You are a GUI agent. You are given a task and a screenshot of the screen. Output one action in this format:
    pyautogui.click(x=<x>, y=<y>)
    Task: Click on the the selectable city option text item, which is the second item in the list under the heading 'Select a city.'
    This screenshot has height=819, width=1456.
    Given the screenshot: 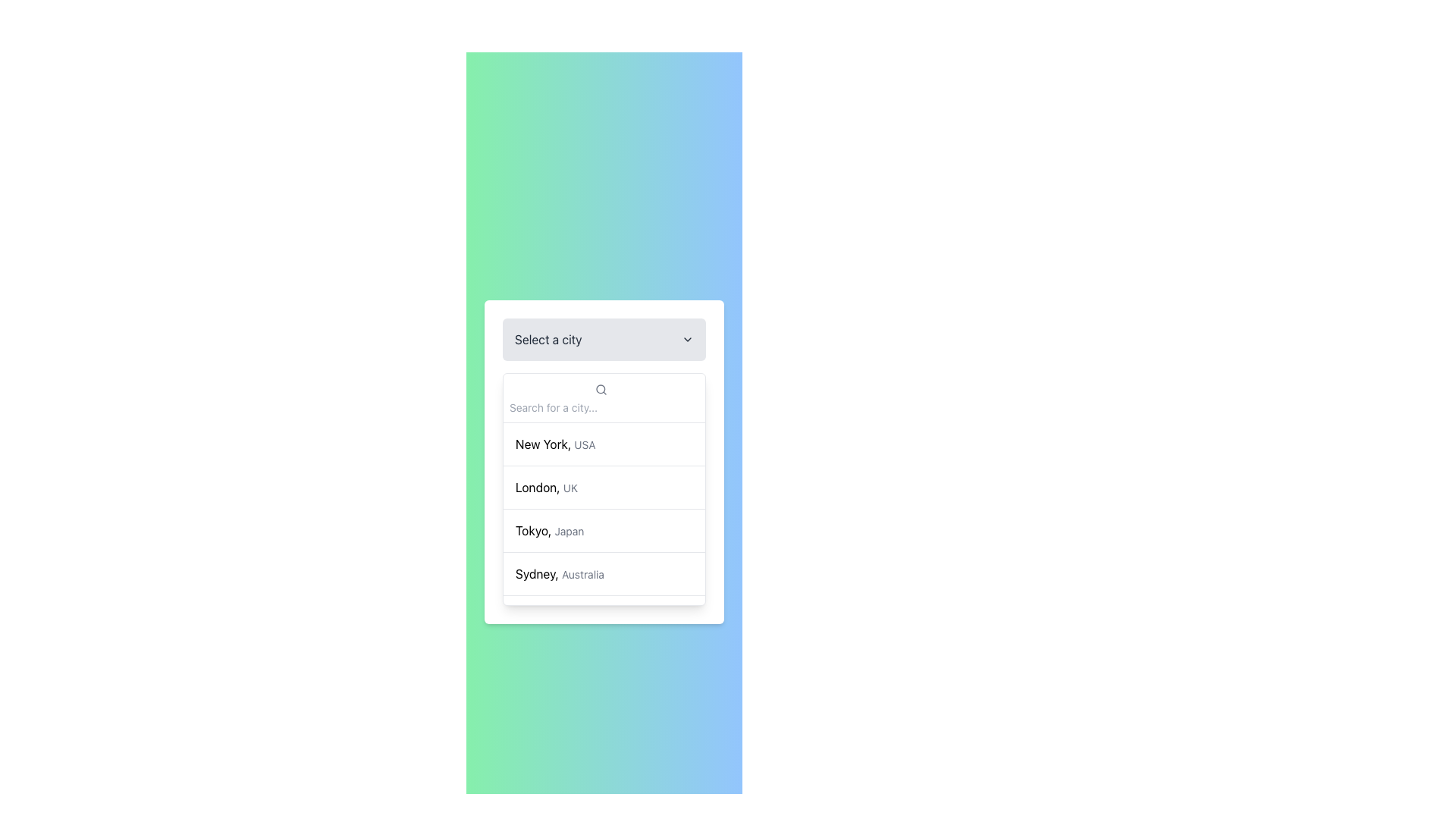 What is the action you would take?
    pyautogui.click(x=546, y=486)
    